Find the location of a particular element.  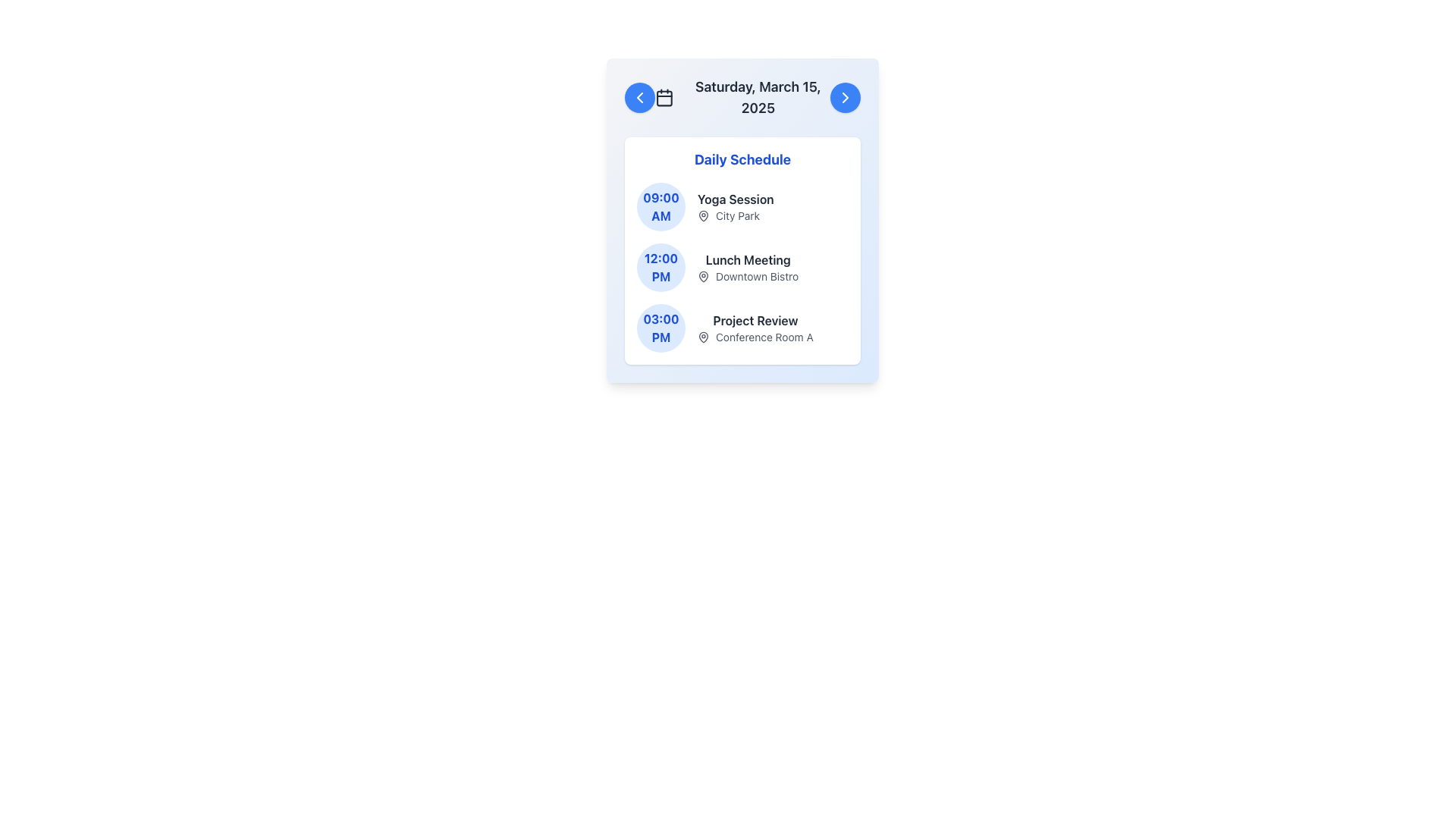

the third schedule entry displaying the meeting time '03:00 PM', title 'Project Review', and location 'Conference Room A' is located at coordinates (742, 327).